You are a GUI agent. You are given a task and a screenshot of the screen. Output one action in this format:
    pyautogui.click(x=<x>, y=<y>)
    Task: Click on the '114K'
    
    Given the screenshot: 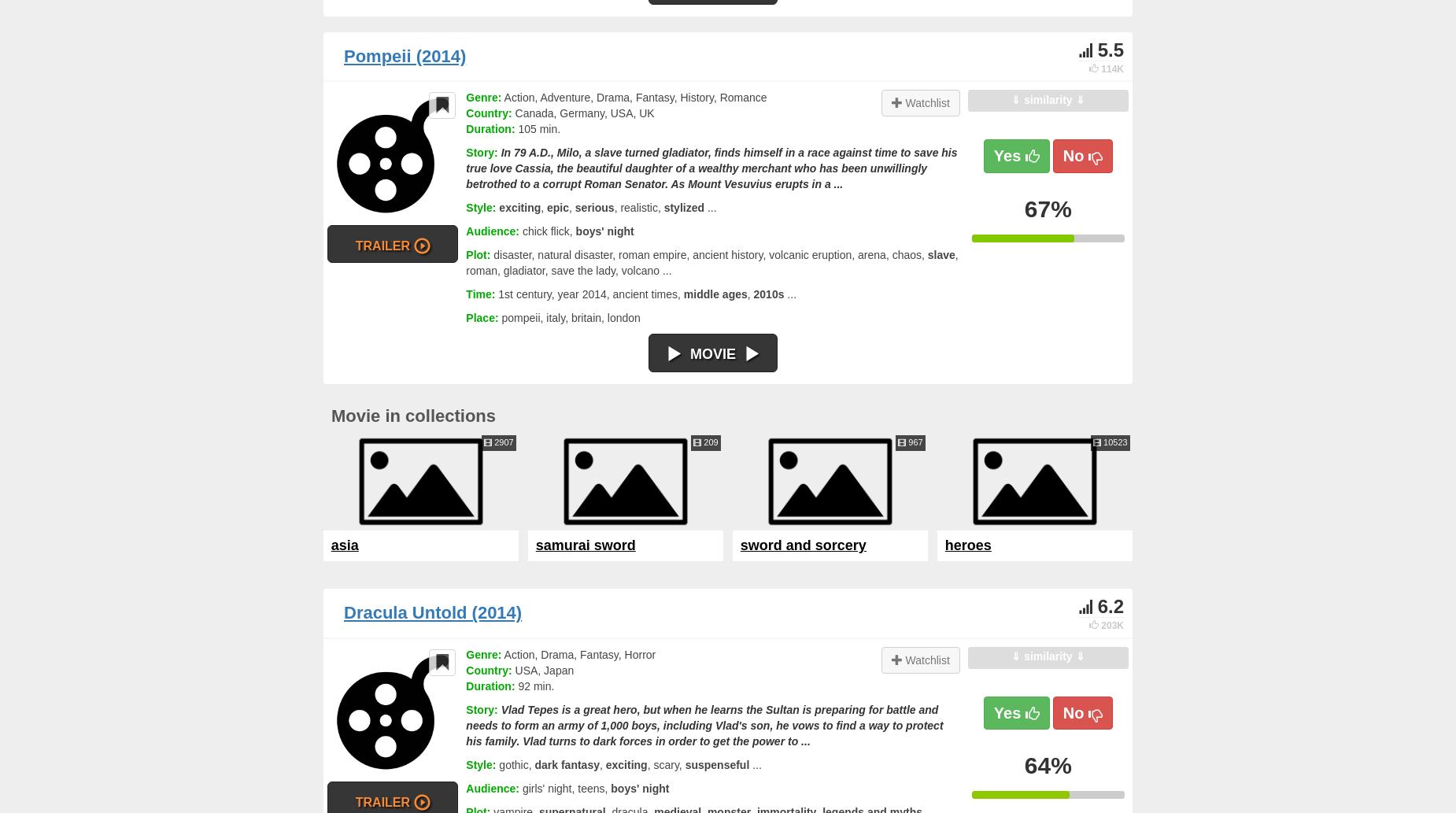 What is the action you would take?
    pyautogui.click(x=1100, y=68)
    